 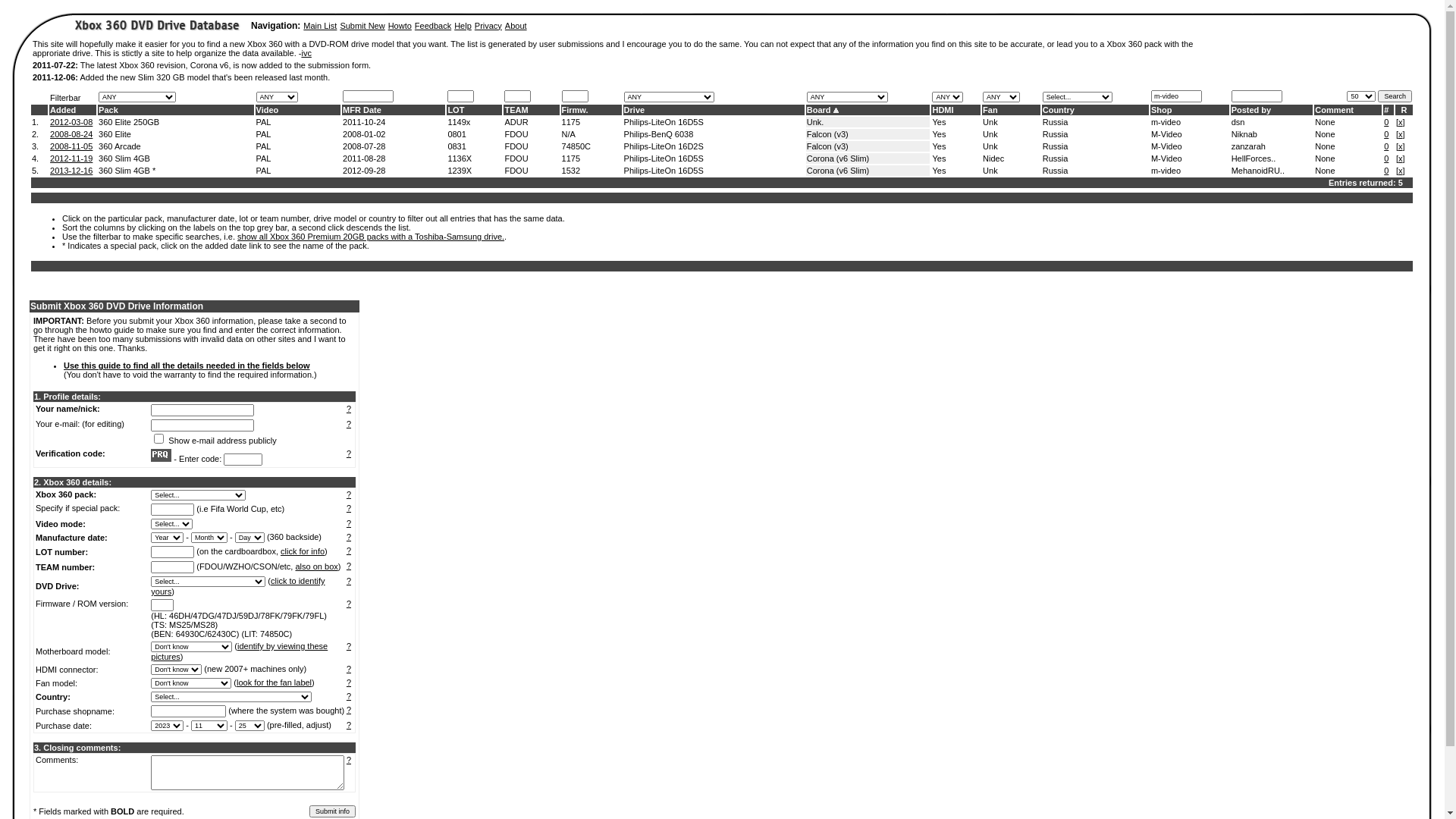 What do you see at coordinates (268, 109) in the screenshot?
I see `'Video'` at bounding box center [268, 109].